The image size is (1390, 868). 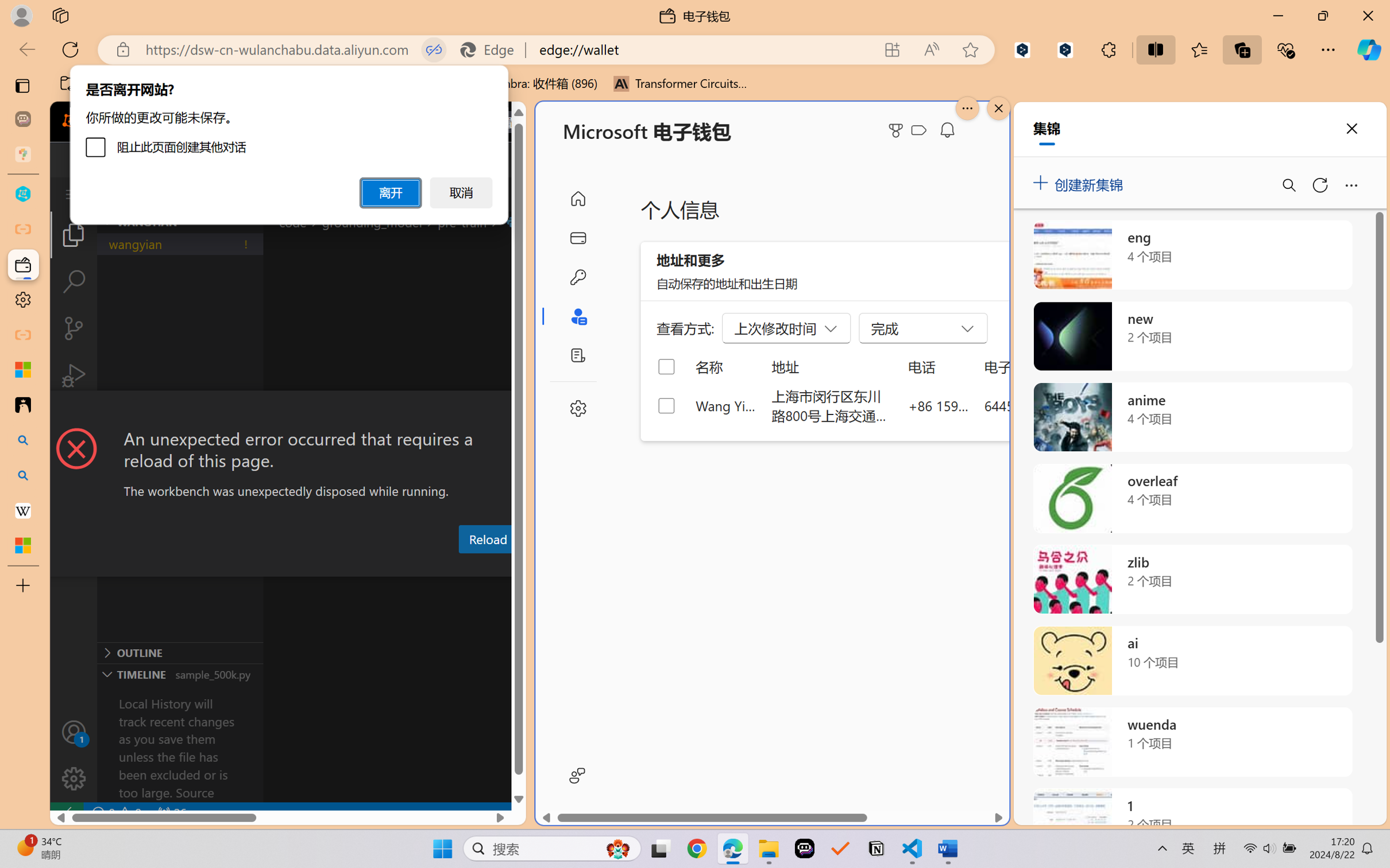 I want to click on 'Adjust indents and spacing - Microsoft Support', so click(x=22, y=369).